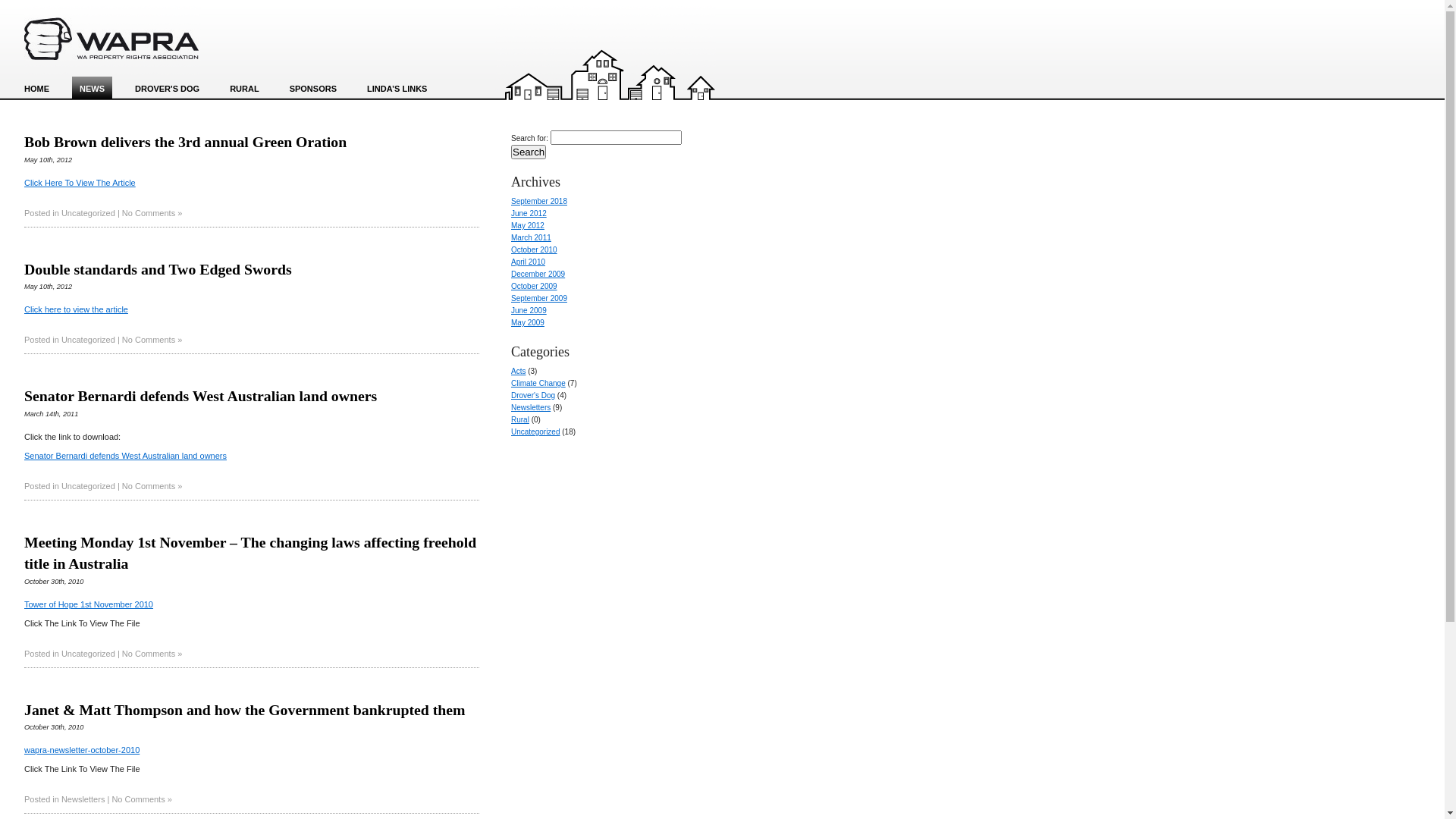  Describe the element at coordinates (87, 604) in the screenshot. I see `'Tower of Hope 1st November 2010'` at that location.